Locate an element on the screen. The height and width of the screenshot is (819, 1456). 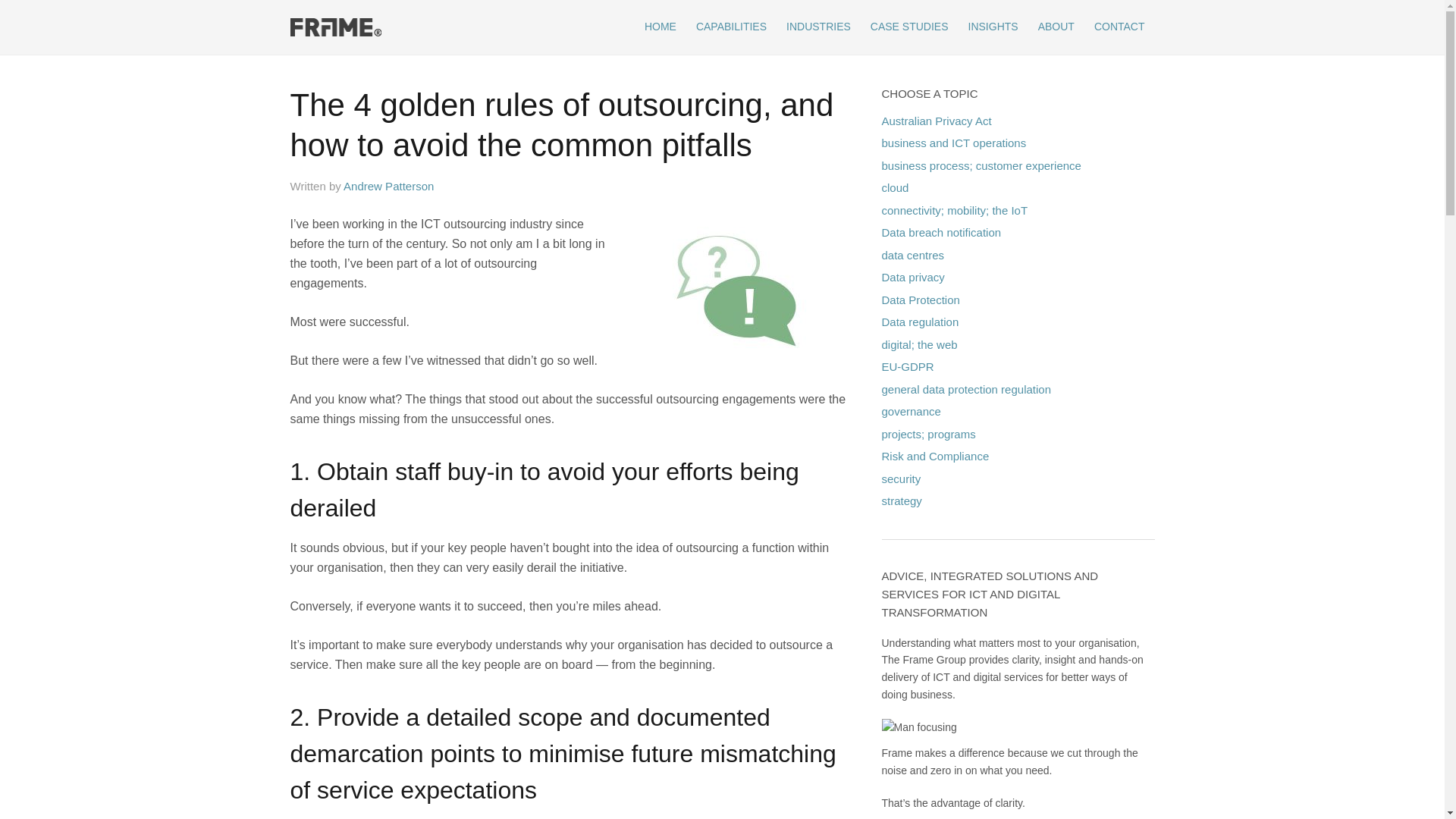
'connectivity; mobility; the IoT' is located at coordinates (953, 209).